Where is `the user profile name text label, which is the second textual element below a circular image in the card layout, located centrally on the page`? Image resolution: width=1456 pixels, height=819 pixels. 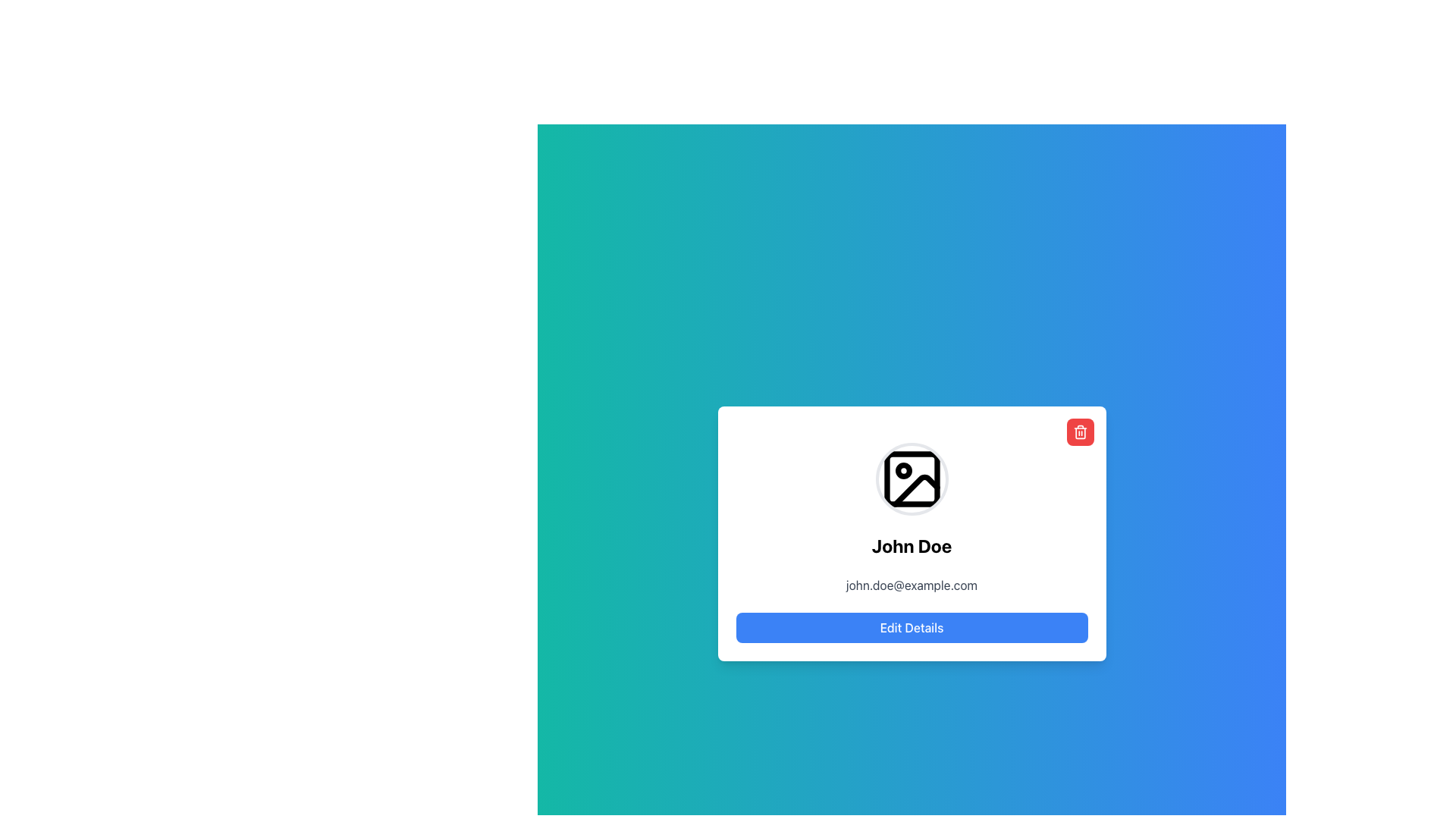
the user profile name text label, which is the second textual element below a circular image in the card layout, located centrally on the page is located at coordinates (911, 546).